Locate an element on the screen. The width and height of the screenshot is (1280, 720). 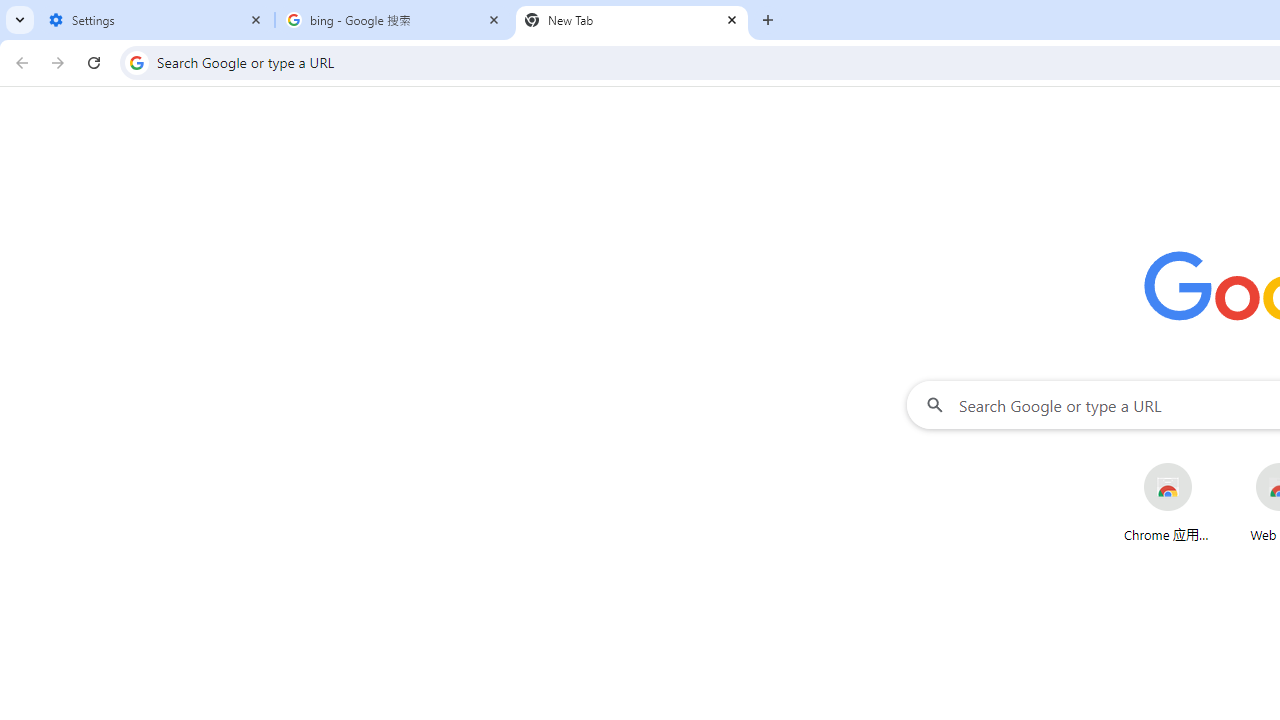
'New Tab' is located at coordinates (631, 20).